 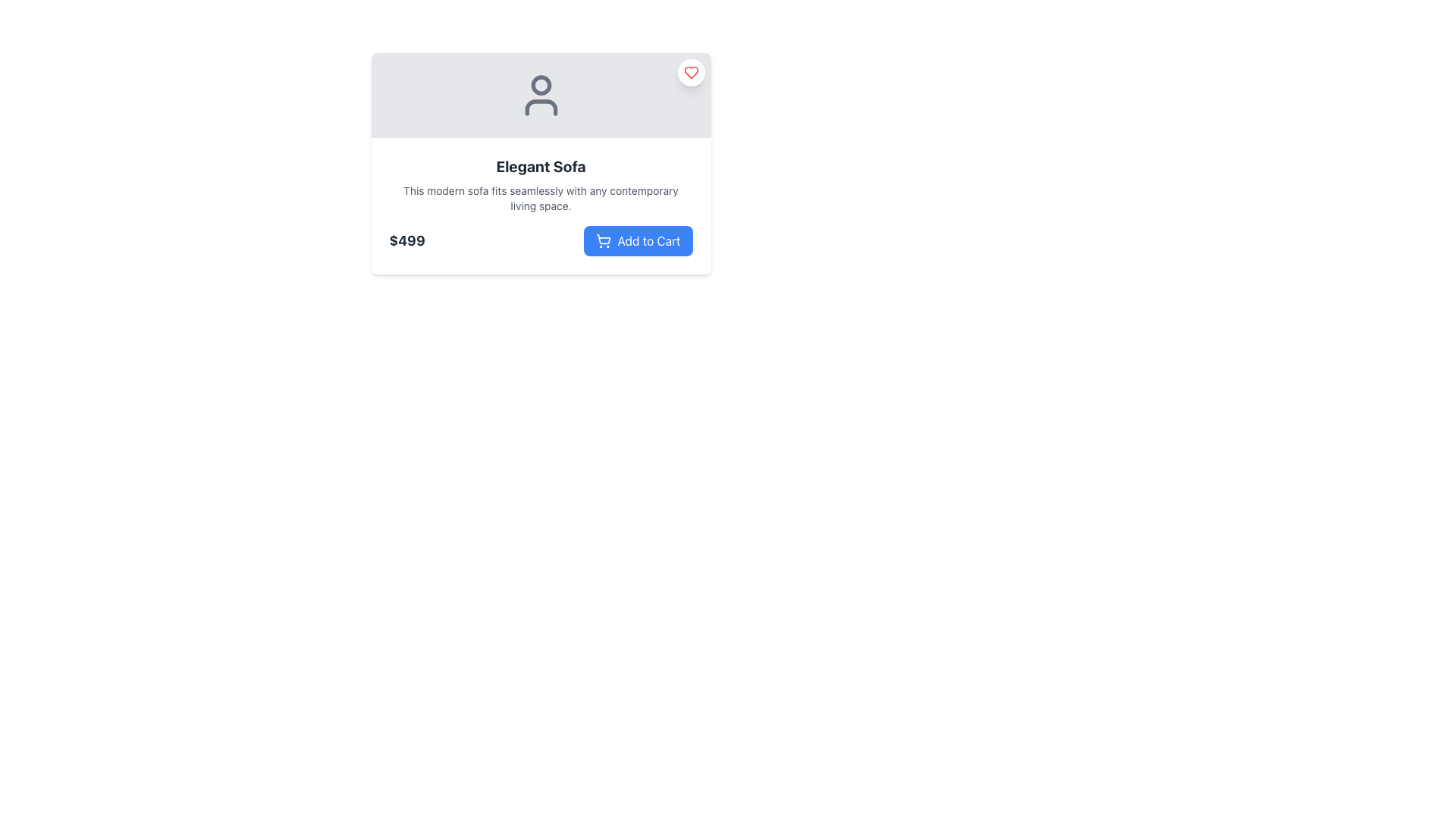 What do you see at coordinates (603, 240) in the screenshot?
I see `the shopping cart icon located in the 'Add to Cart' button, positioned slightly to the left of the text 'Add to Cart'` at bounding box center [603, 240].